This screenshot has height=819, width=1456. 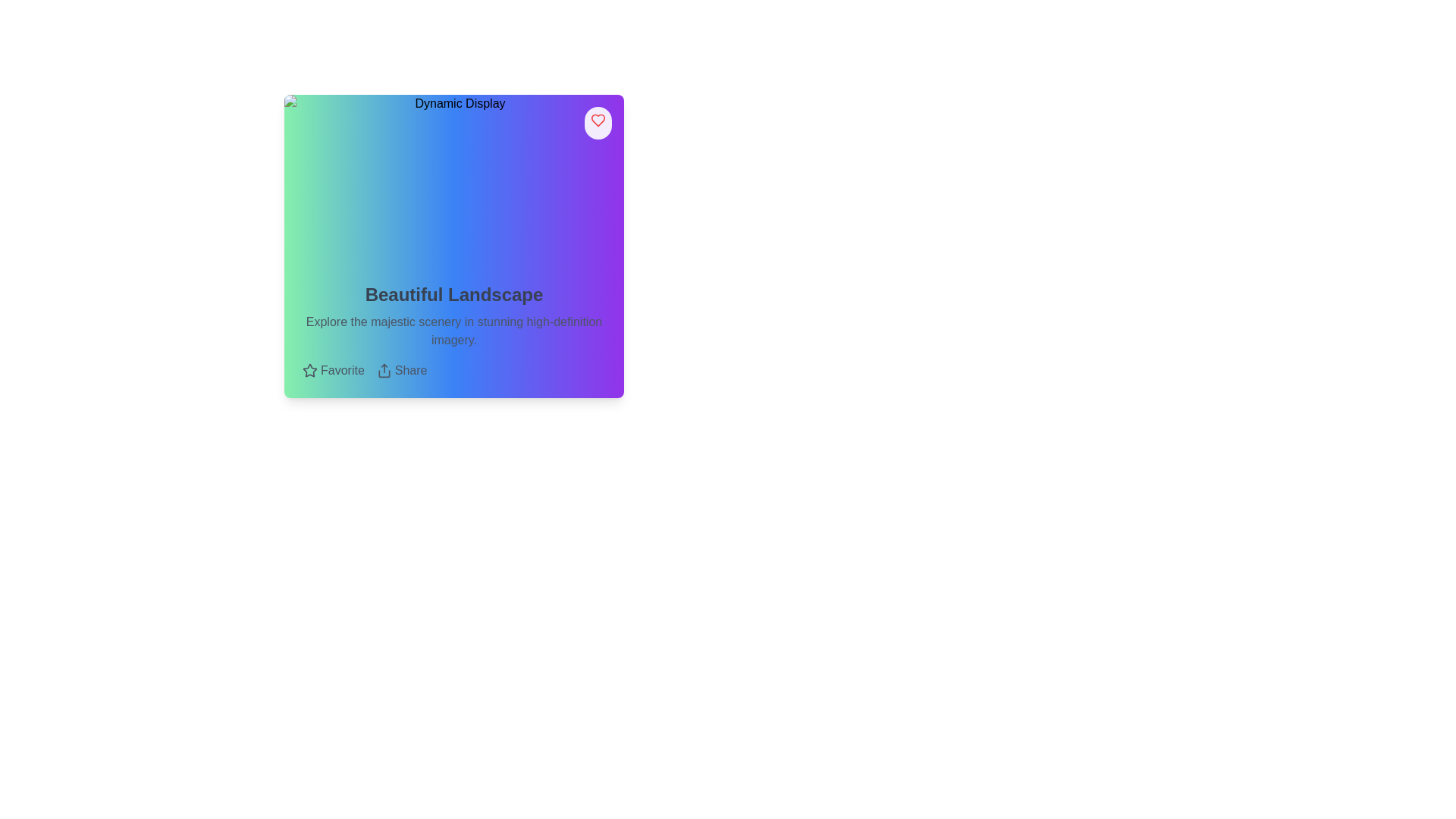 What do you see at coordinates (453, 295) in the screenshot?
I see `the text label displaying 'Beautiful Landscape', which is a bold, black font centered above the descriptive text within the content card` at bounding box center [453, 295].